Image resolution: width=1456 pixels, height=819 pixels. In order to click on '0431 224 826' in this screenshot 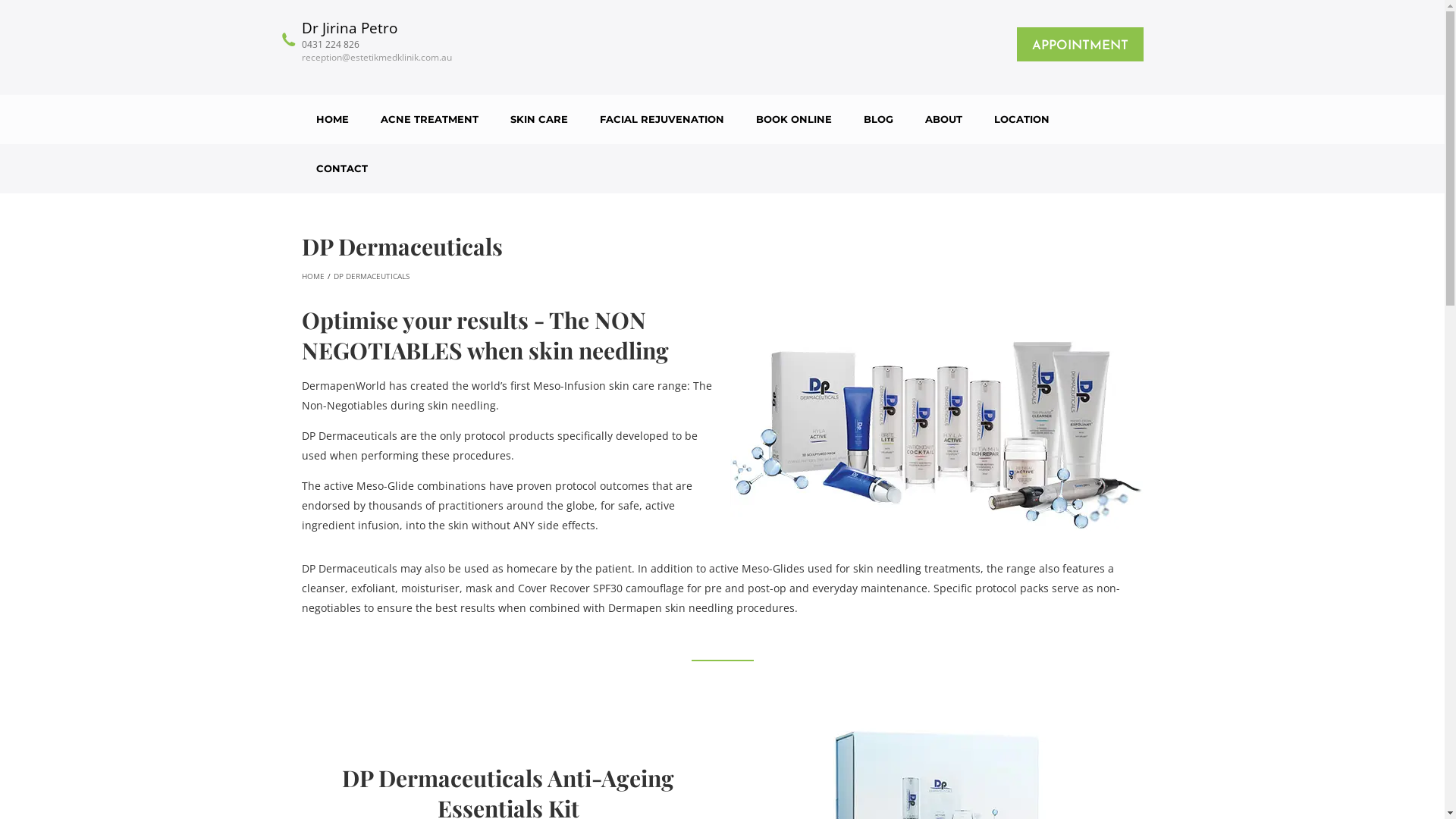, I will do `click(377, 43)`.